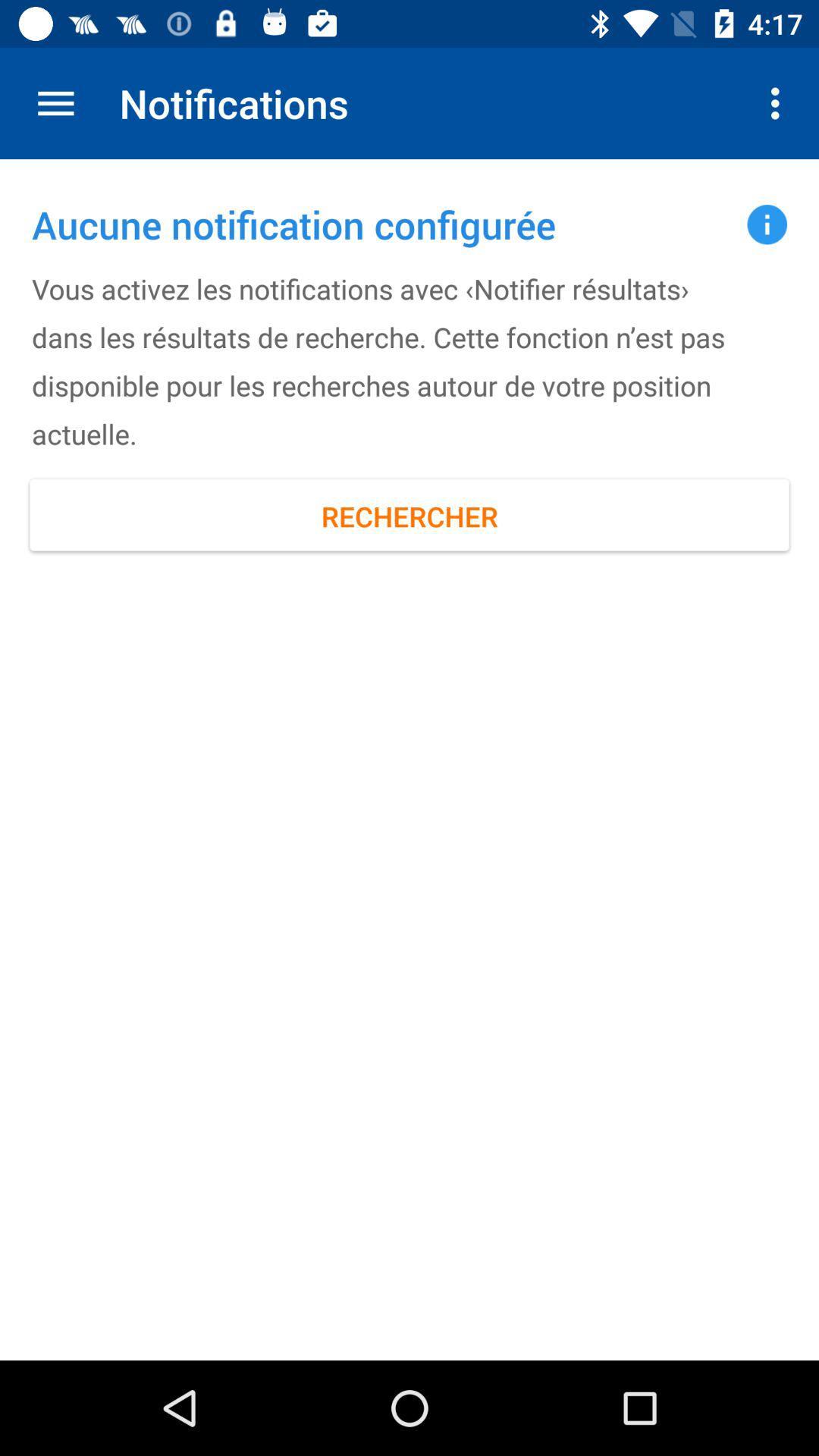 This screenshot has width=819, height=1456. What do you see at coordinates (779, 102) in the screenshot?
I see `the item next to the notifications item` at bounding box center [779, 102].